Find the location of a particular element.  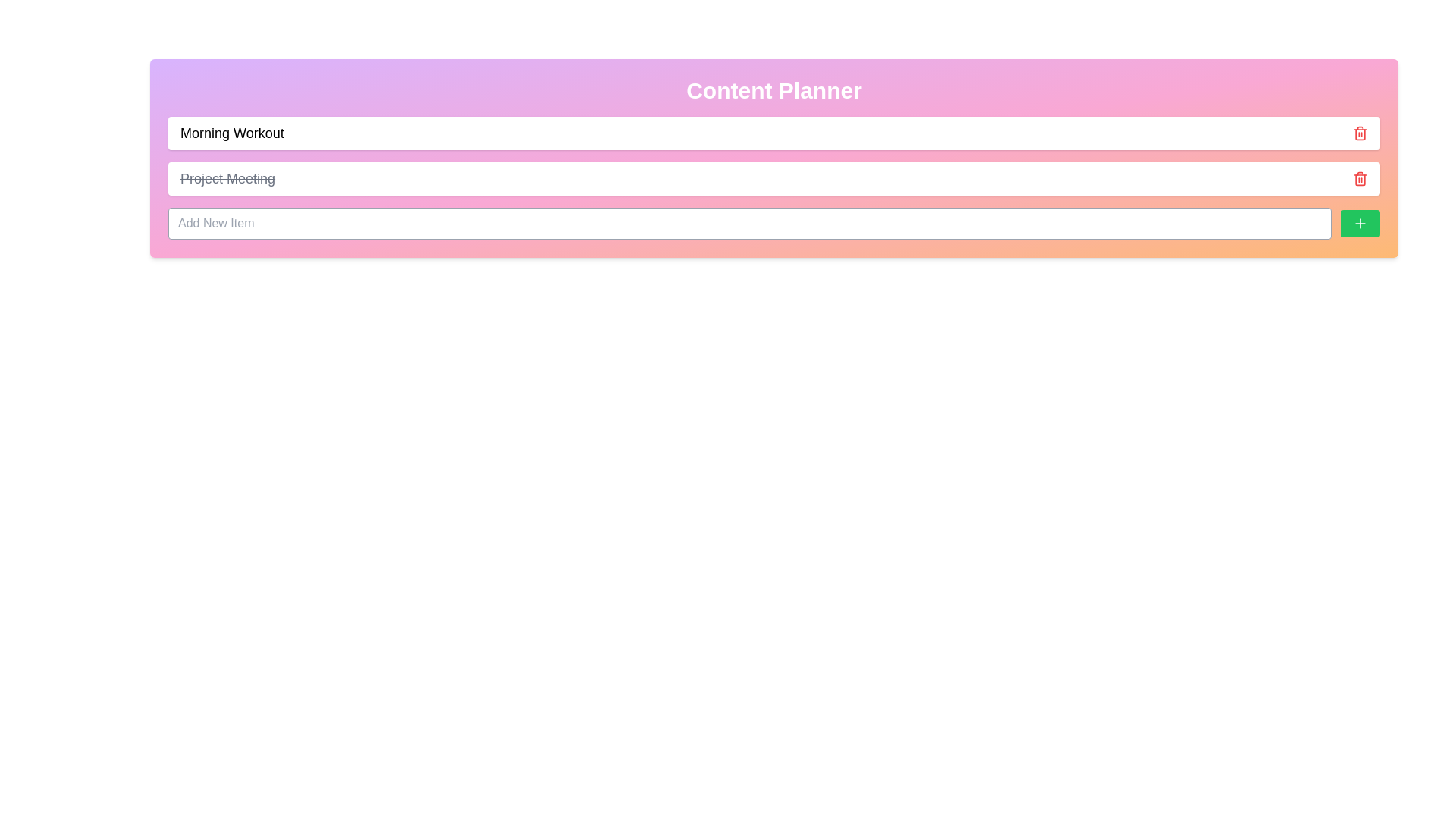

the green circular button with a white plus symbol located at the bottom-right corner of the 'Add New Item' field is located at coordinates (1360, 223).